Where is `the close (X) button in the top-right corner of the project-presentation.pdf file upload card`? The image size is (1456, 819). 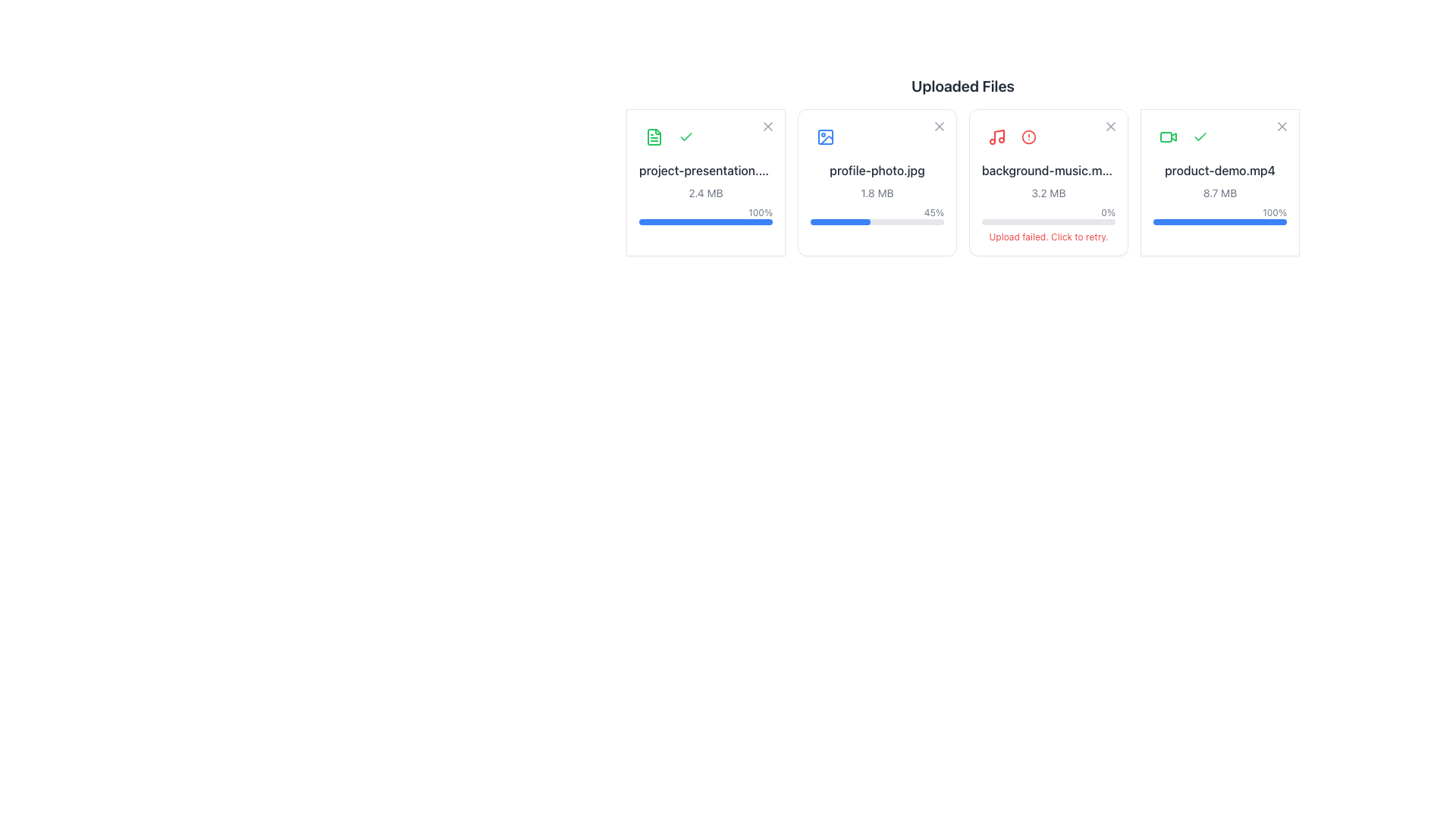 the close (X) button in the top-right corner of the project-presentation.pdf file upload card is located at coordinates (767, 127).